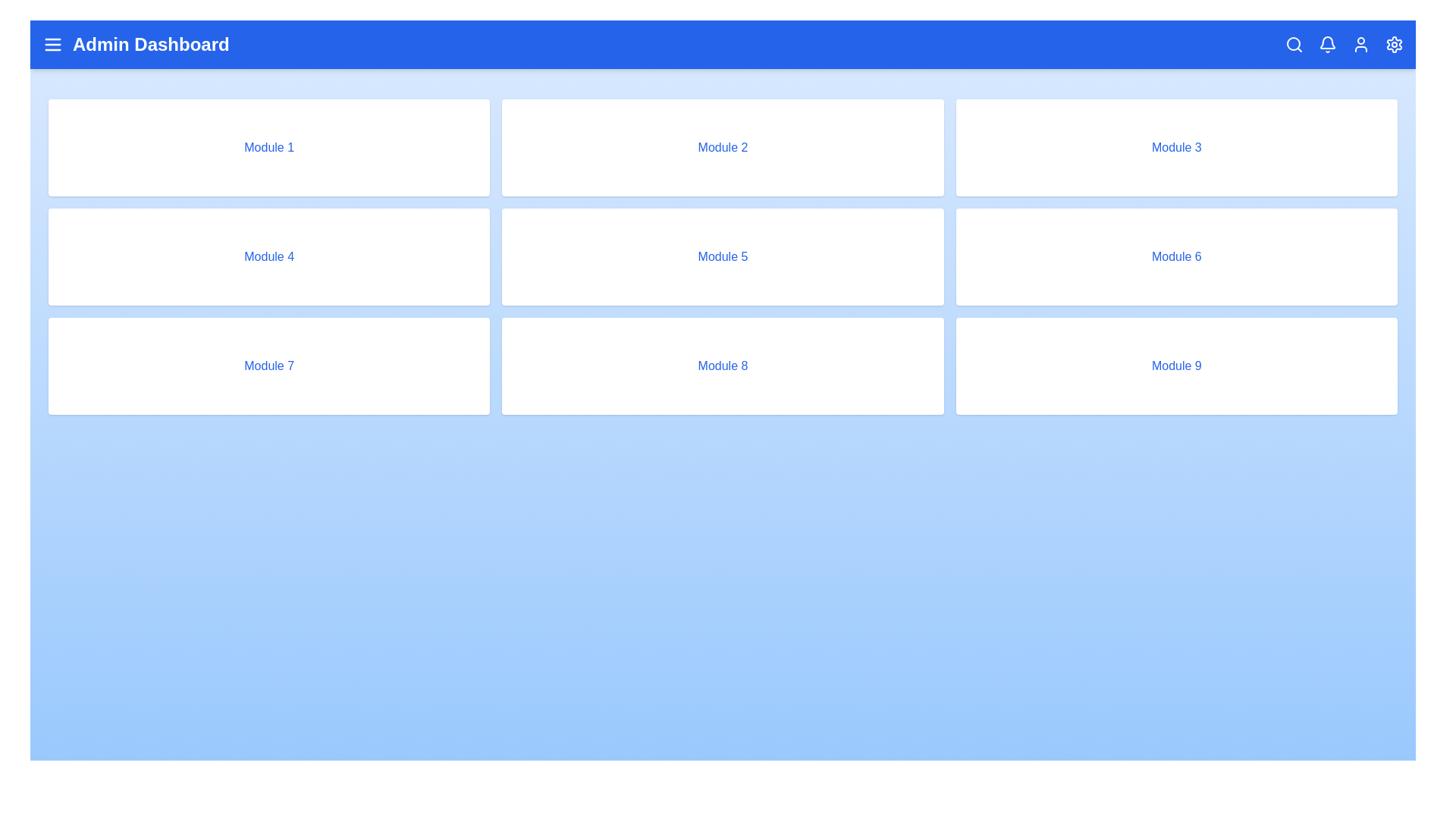  I want to click on the search icon to initiate the search functionality, so click(1294, 43).